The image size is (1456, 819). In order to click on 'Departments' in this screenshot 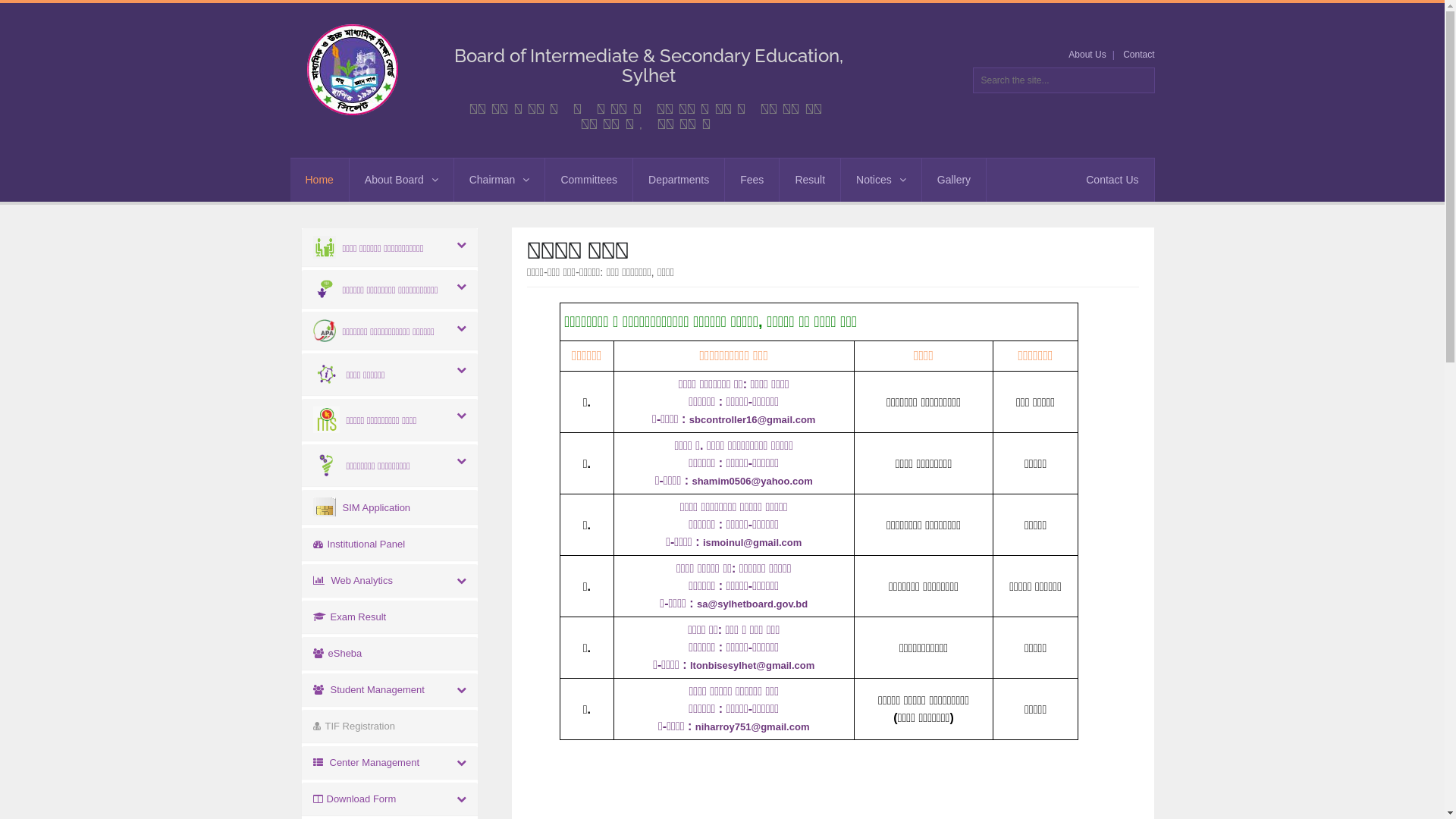, I will do `click(677, 179)`.